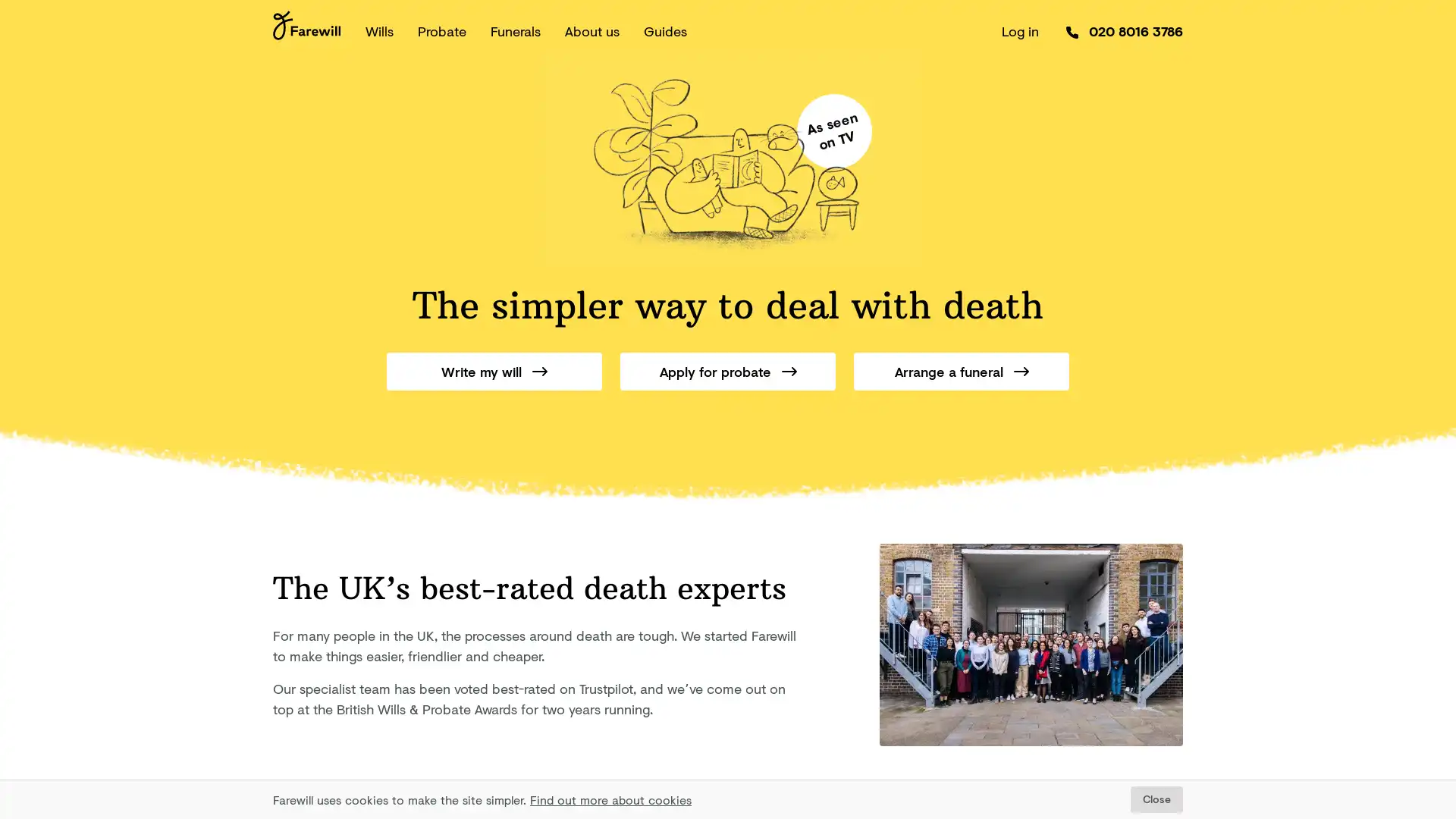 The width and height of the screenshot is (1456, 819). What do you see at coordinates (1156, 799) in the screenshot?
I see `Close cookie banner` at bounding box center [1156, 799].